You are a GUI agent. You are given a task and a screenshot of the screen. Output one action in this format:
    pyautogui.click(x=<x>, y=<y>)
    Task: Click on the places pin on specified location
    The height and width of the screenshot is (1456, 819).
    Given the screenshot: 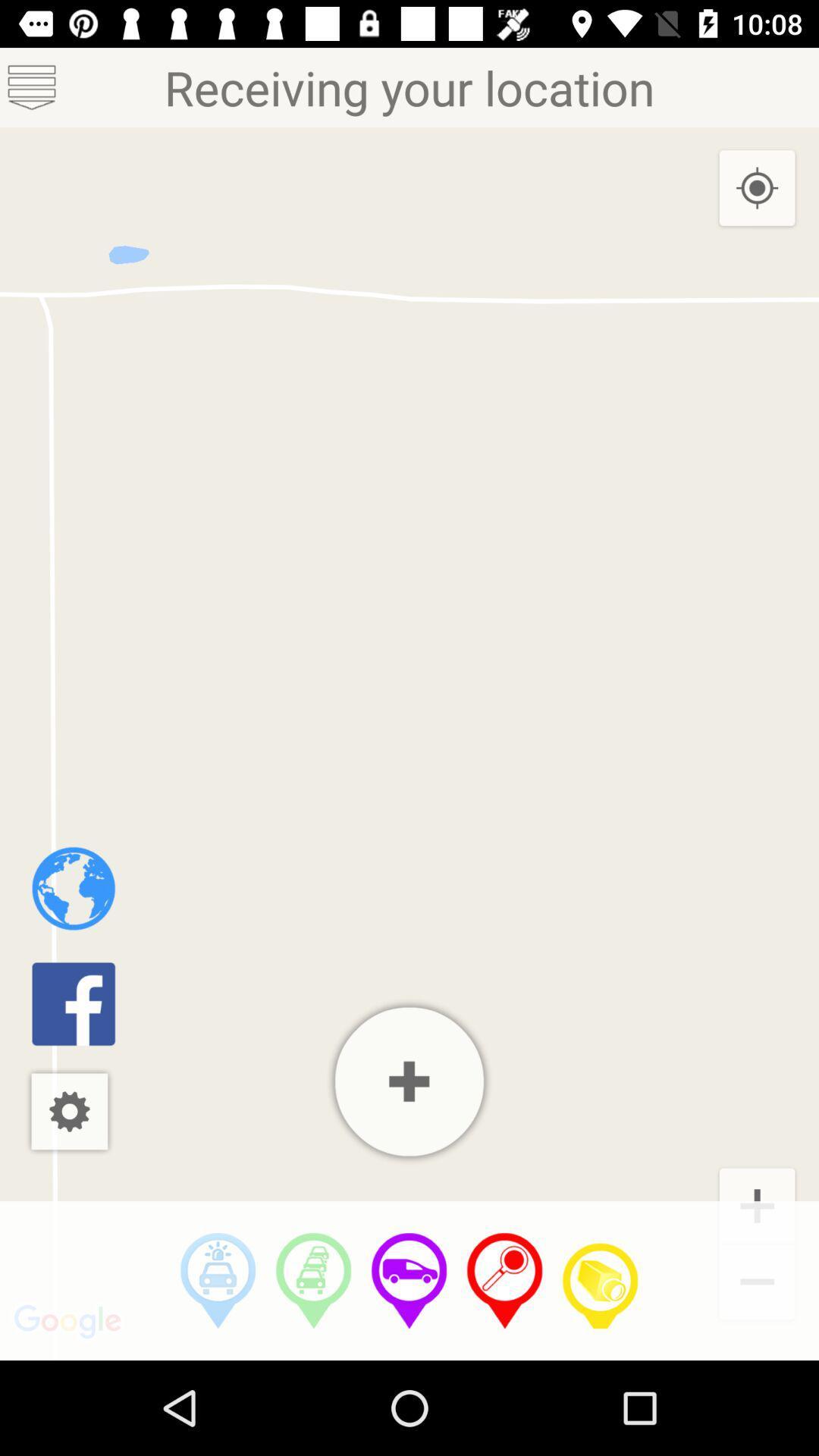 What is the action you would take?
    pyautogui.click(x=505, y=1280)
    